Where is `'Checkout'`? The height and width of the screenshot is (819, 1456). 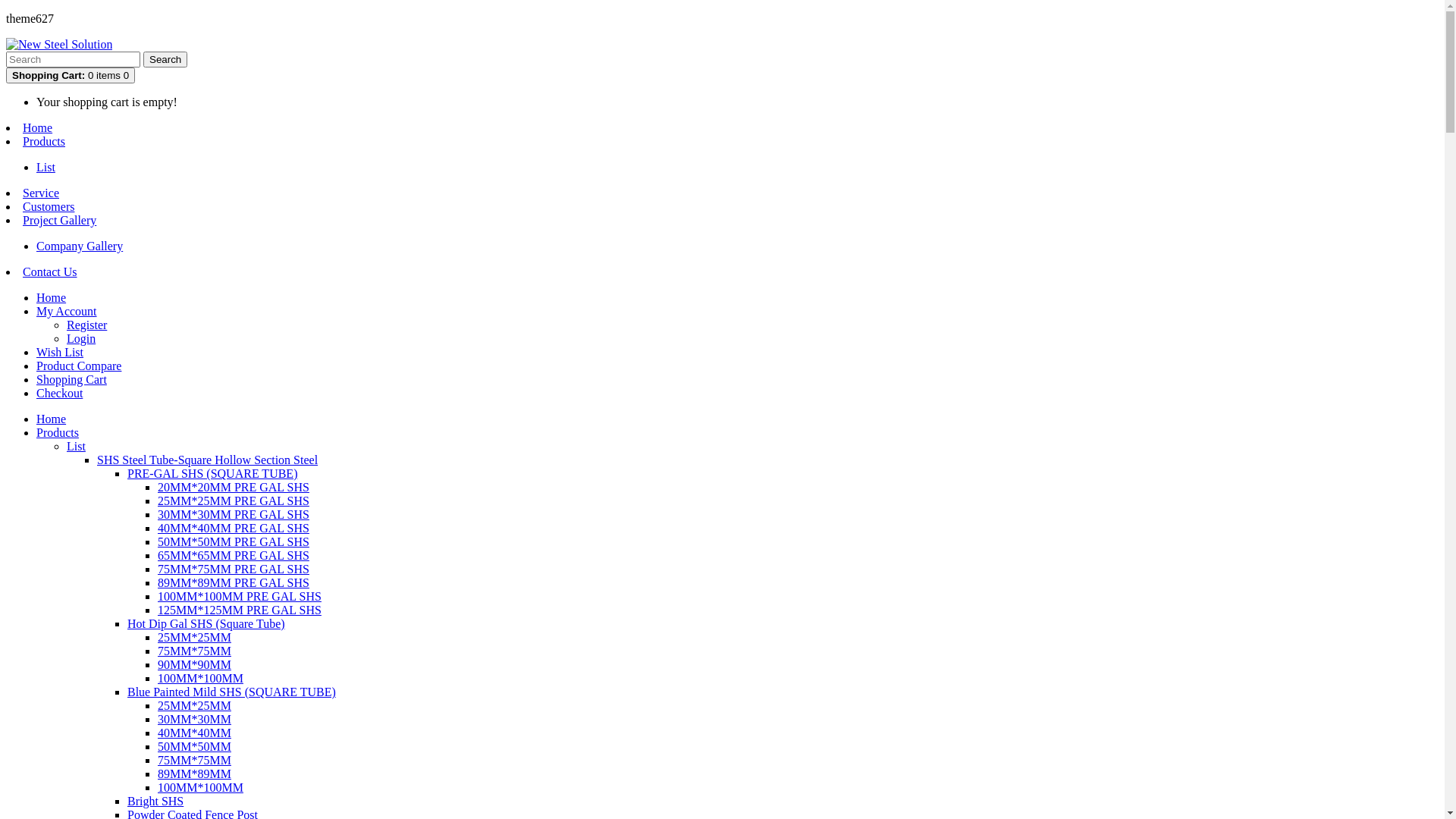
'Checkout' is located at coordinates (59, 392).